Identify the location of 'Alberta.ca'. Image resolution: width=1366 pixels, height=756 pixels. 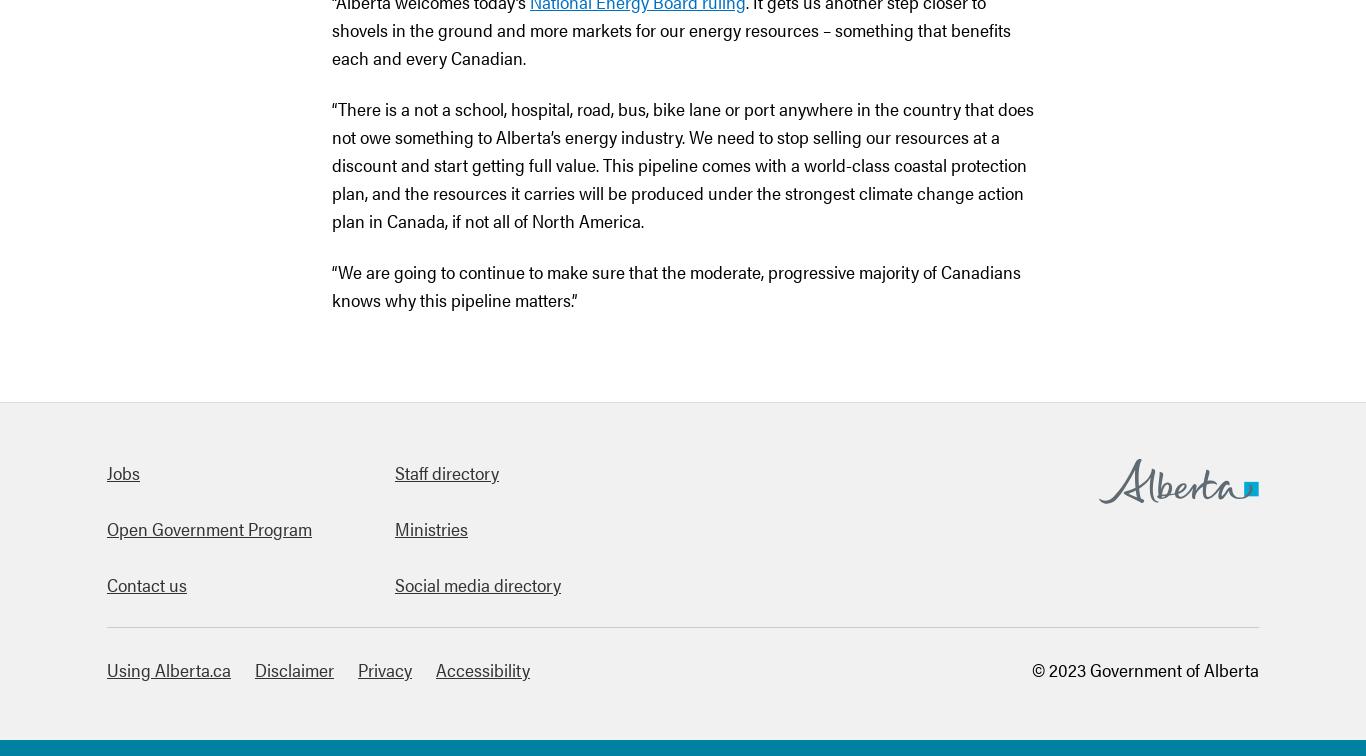
(1136, 517).